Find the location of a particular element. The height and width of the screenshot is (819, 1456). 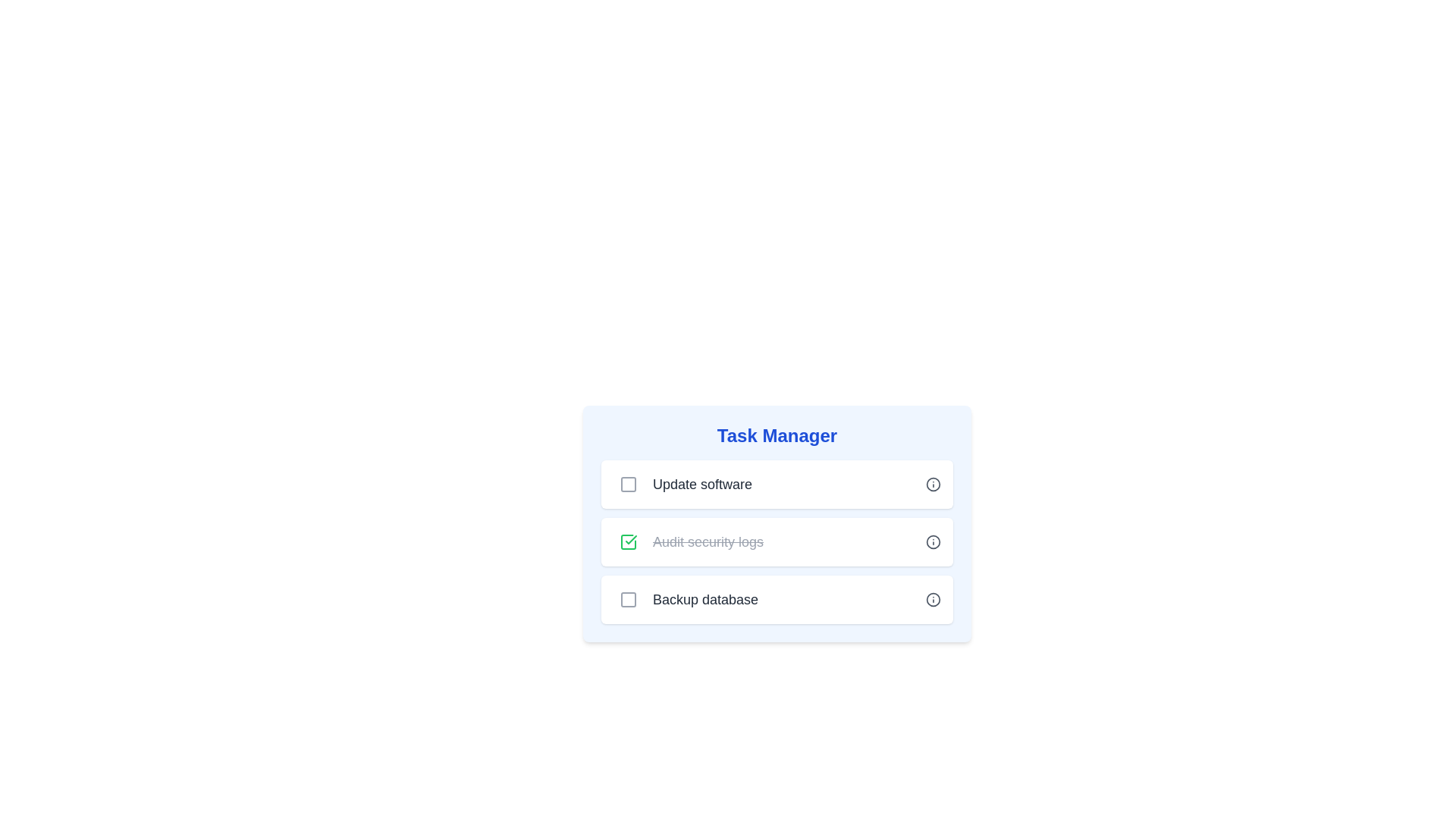

the third checkbox in the task management panel is located at coordinates (629, 598).